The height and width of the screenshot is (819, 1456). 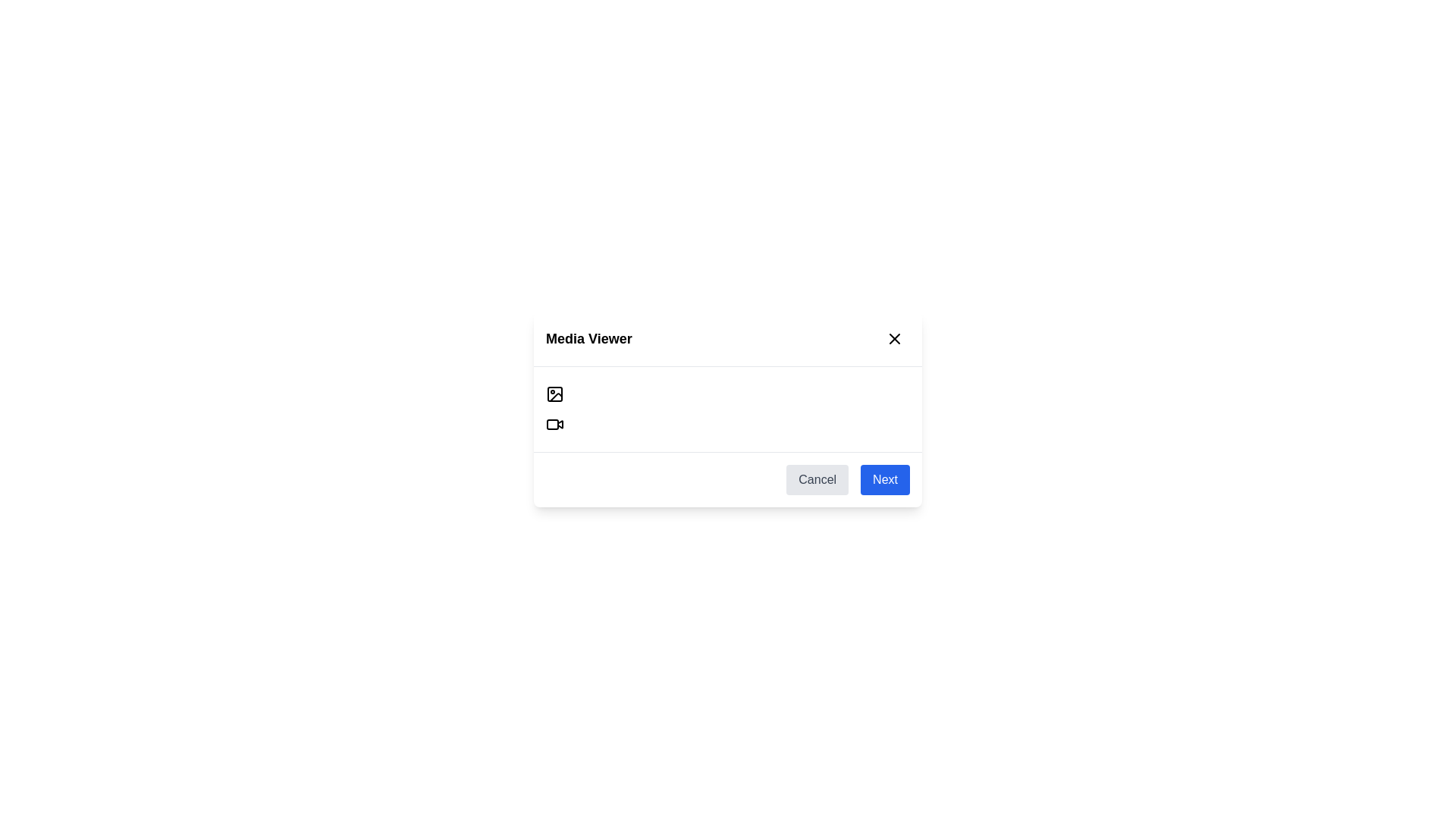 What do you see at coordinates (560, 424) in the screenshot?
I see `the second icon in the row, which activates video-related functions` at bounding box center [560, 424].